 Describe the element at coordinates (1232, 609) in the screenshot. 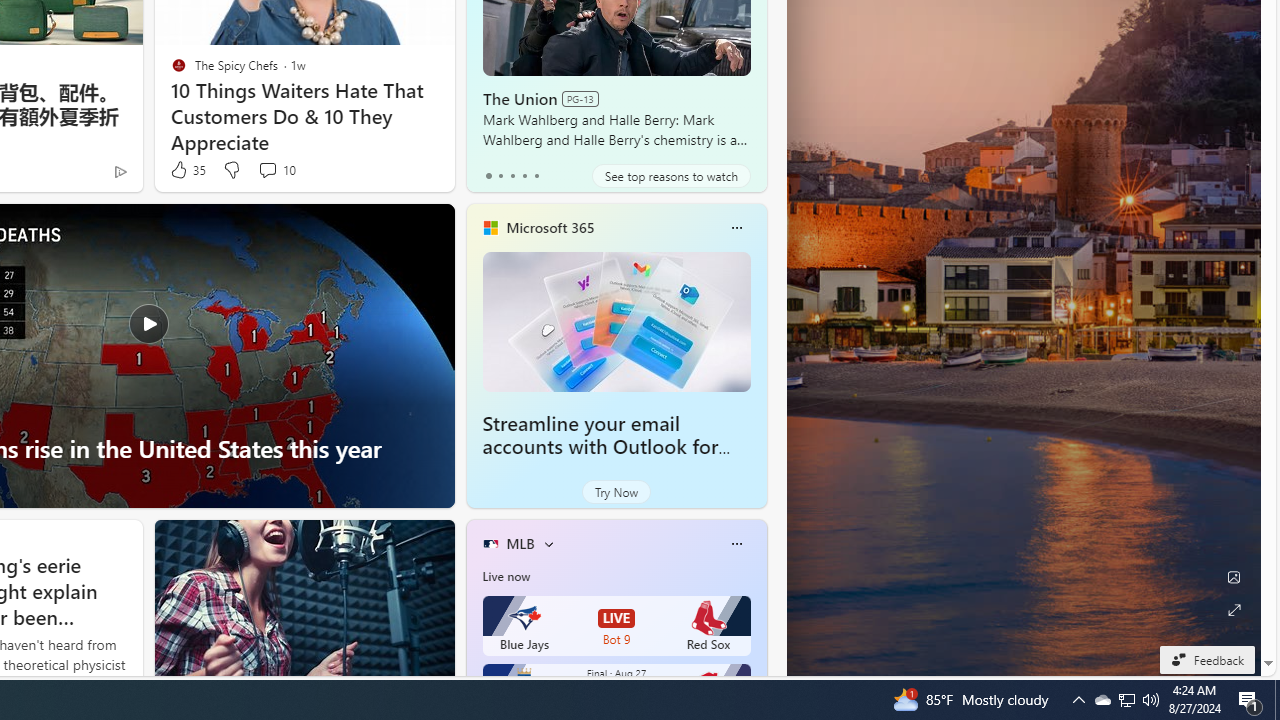

I see `'Expand background'` at that location.